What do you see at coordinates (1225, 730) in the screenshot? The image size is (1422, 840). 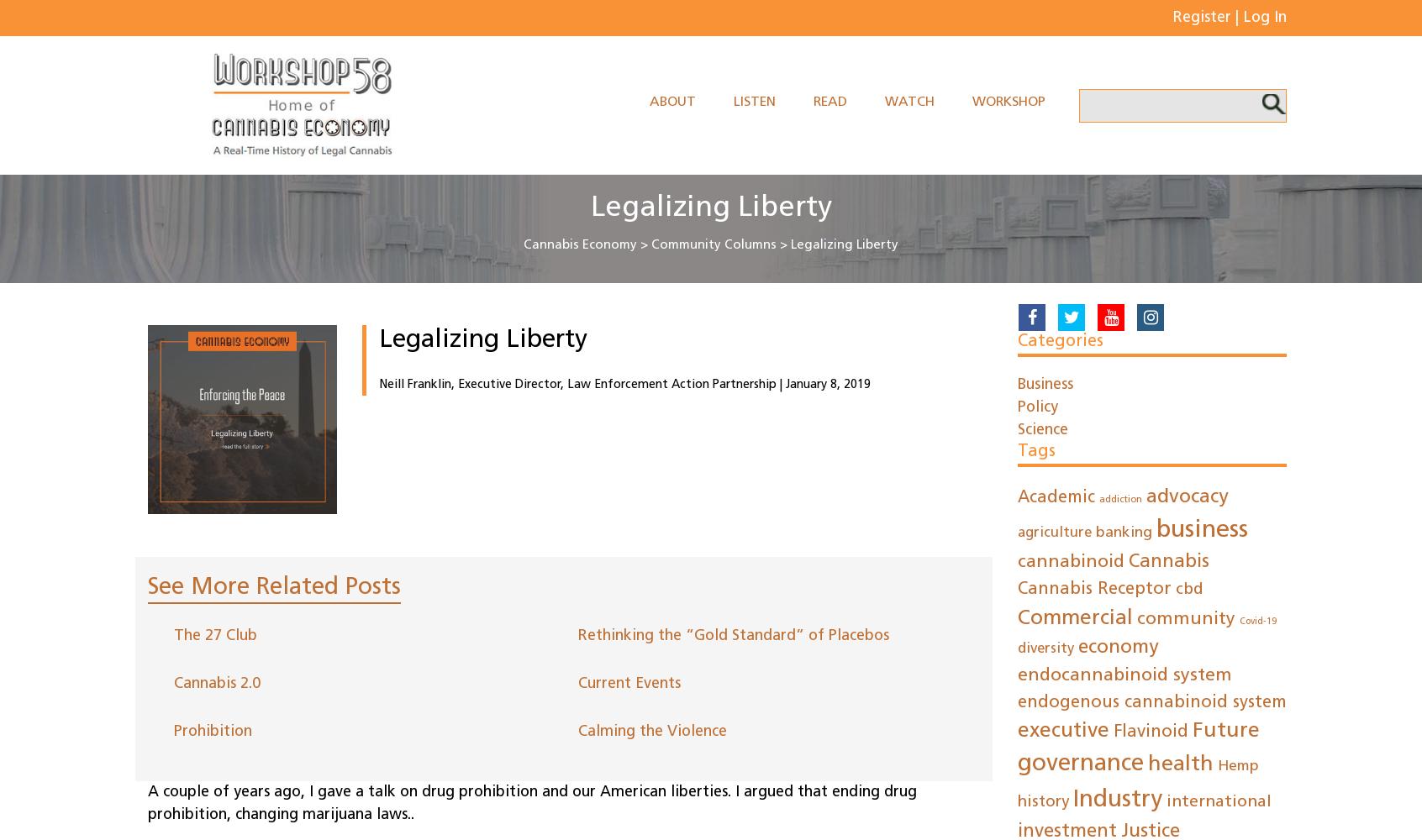 I see `'Future'` at bounding box center [1225, 730].